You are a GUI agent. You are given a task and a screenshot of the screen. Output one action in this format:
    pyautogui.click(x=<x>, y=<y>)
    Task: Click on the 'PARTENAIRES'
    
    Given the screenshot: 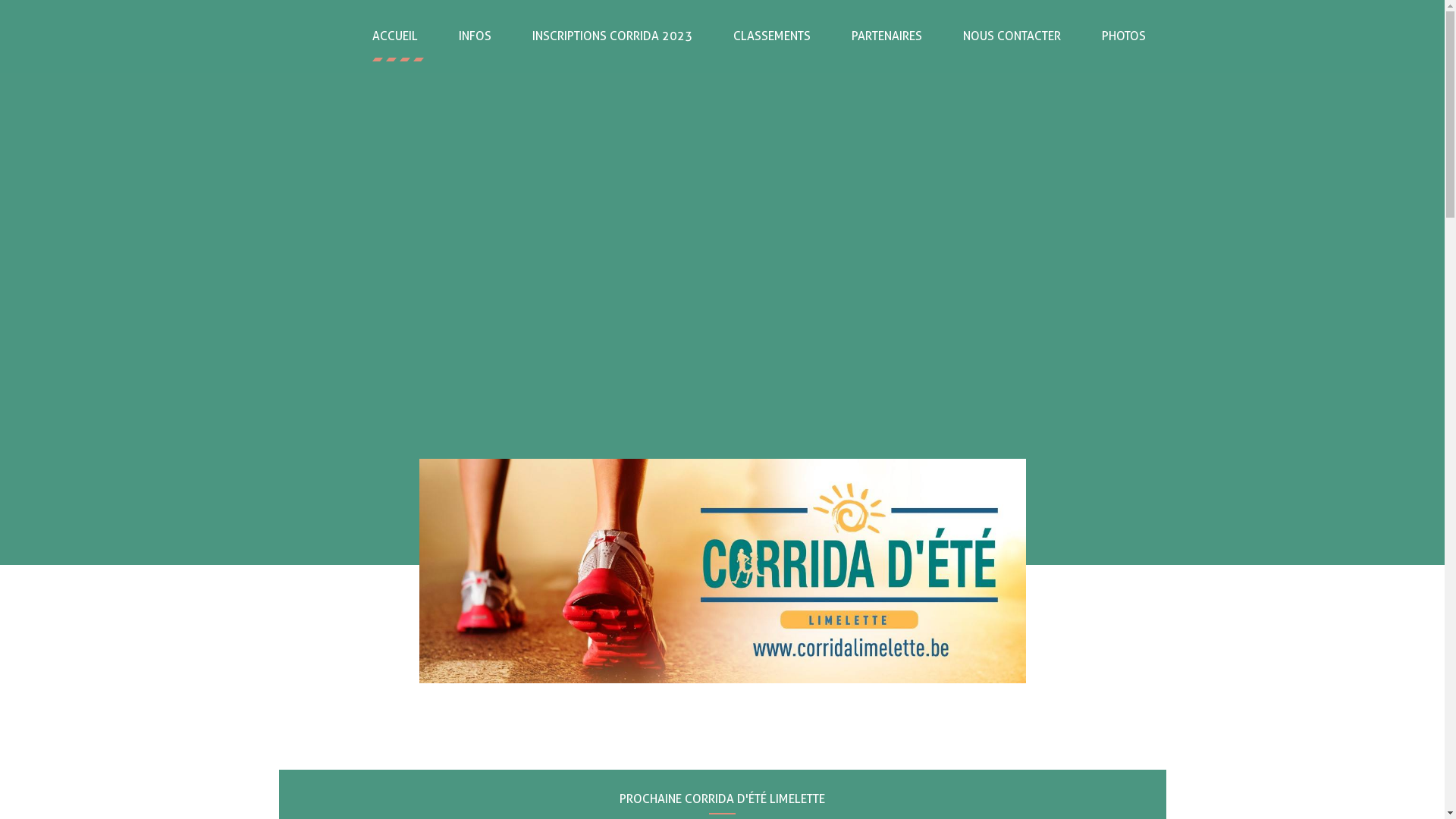 What is the action you would take?
    pyautogui.click(x=886, y=35)
    